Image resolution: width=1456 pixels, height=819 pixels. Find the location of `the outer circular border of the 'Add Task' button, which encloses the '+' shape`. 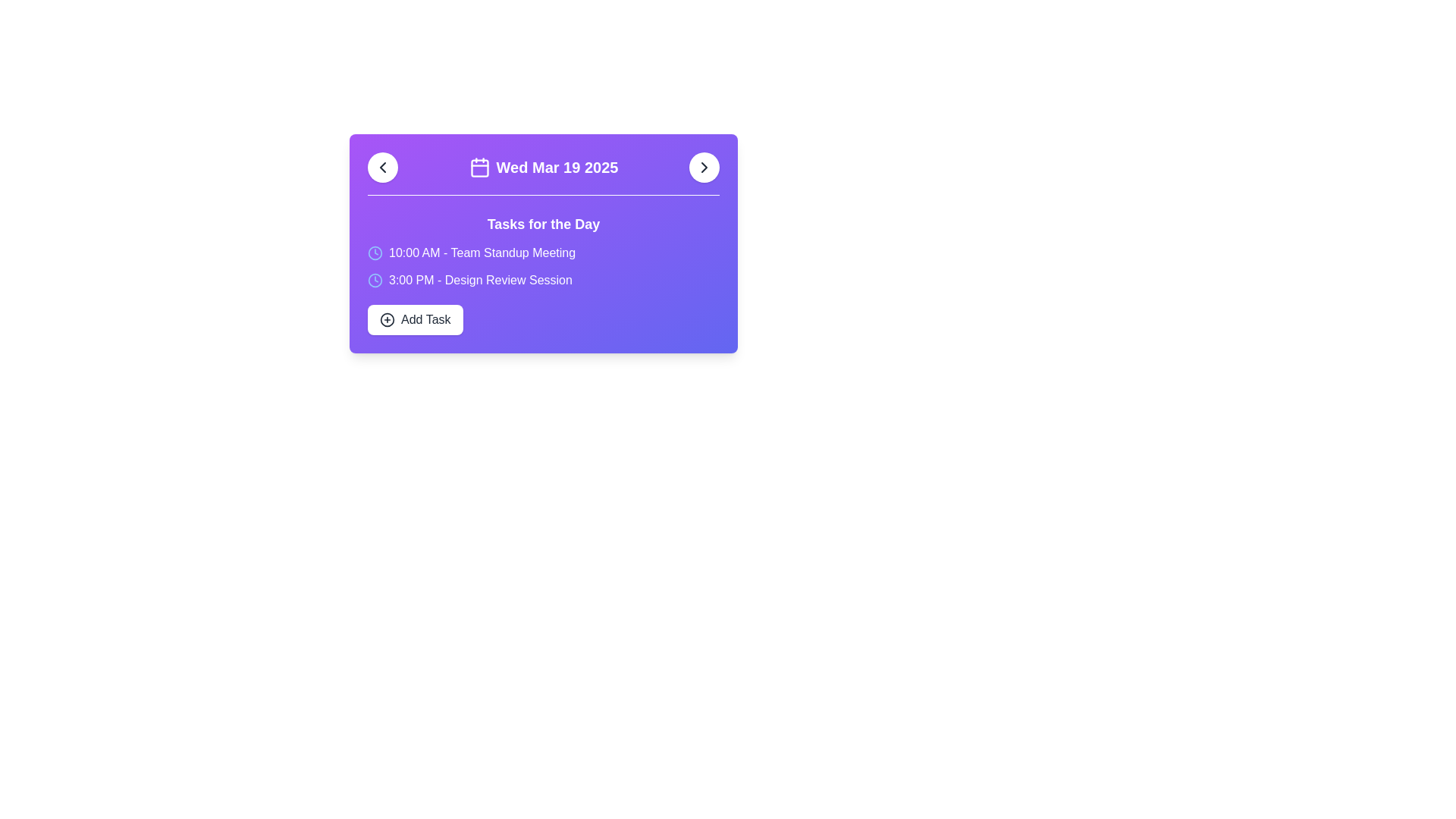

the outer circular border of the 'Add Task' button, which encloses the '+' shape is located at coordinates (387, 318).